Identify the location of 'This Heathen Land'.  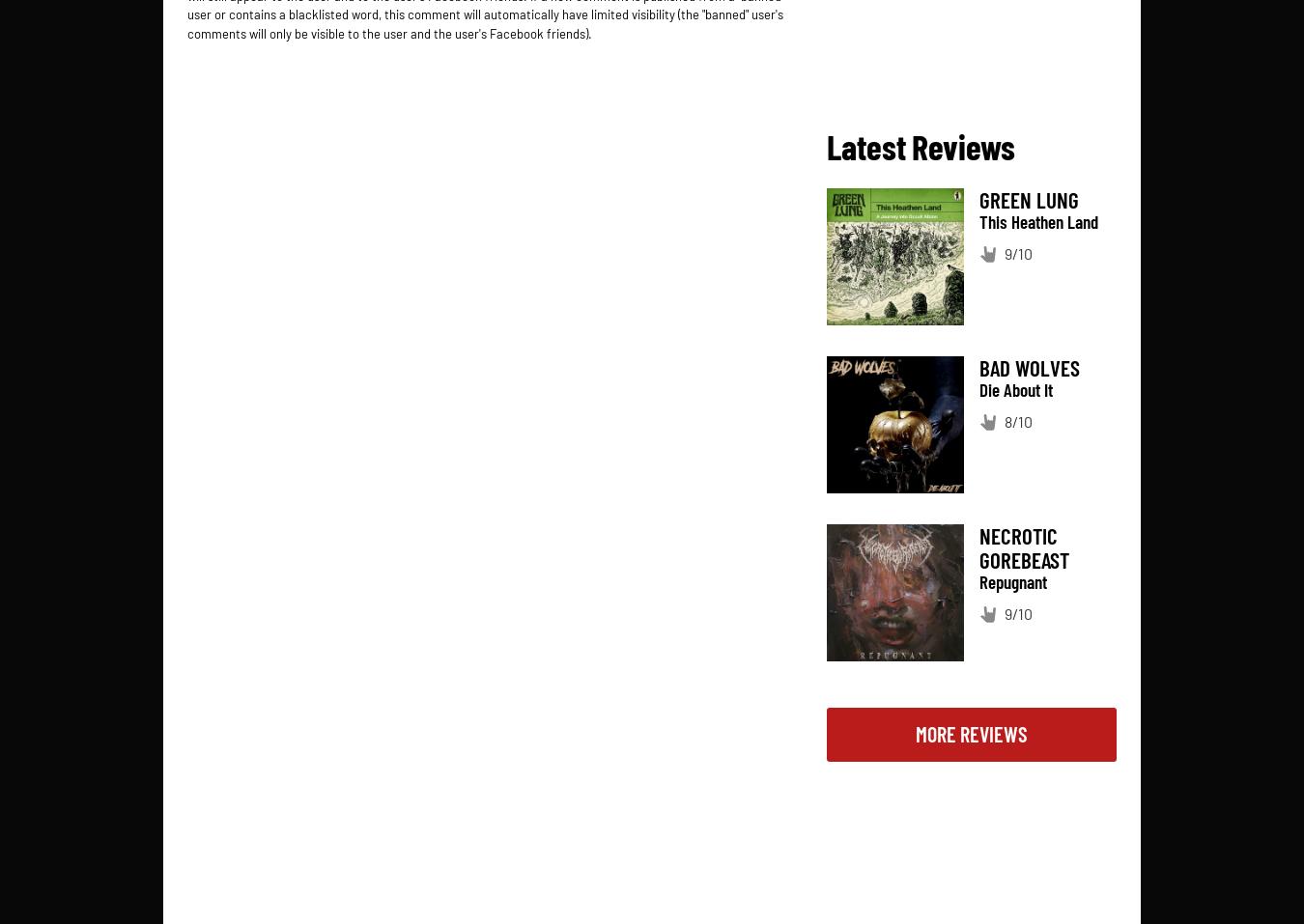
(1038, 220).